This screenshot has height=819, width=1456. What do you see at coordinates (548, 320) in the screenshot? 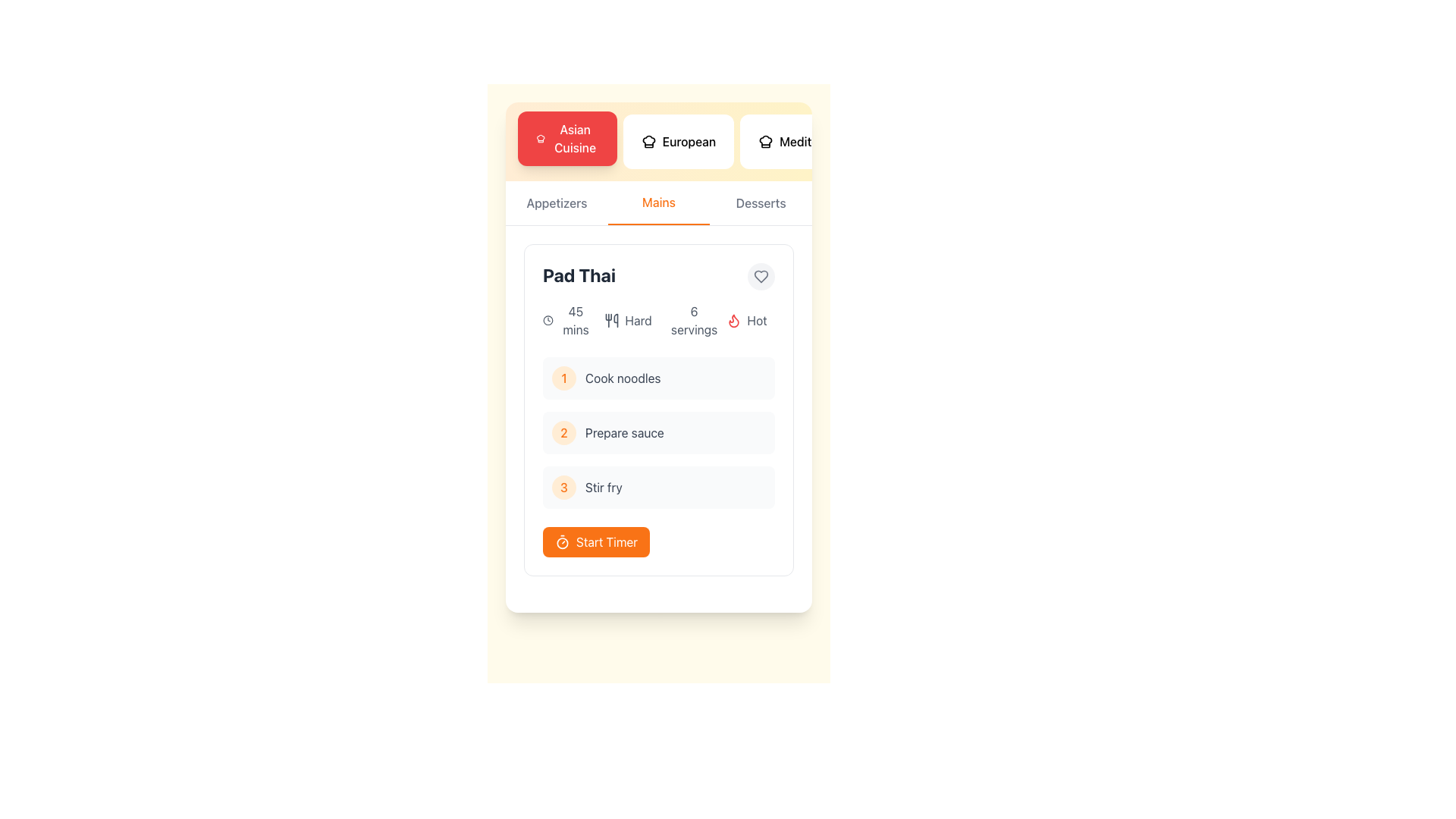
I see `the small clock icon located in the upper-right portion of the 'Pad Thai' card, which is positioned just to the left of the '45 mins' text` at bounding box center [548, 320].